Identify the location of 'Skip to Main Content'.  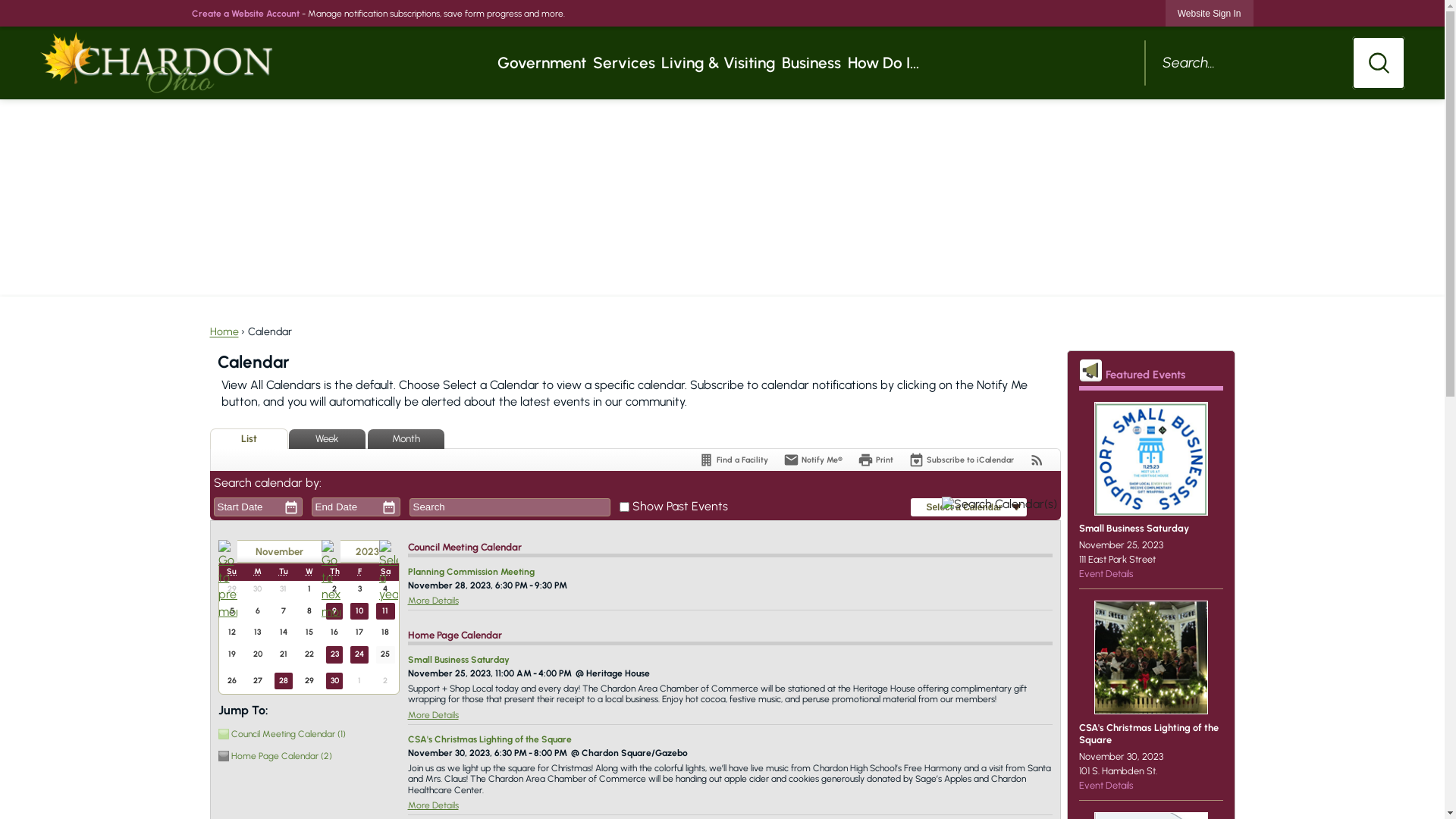
(7, 6).